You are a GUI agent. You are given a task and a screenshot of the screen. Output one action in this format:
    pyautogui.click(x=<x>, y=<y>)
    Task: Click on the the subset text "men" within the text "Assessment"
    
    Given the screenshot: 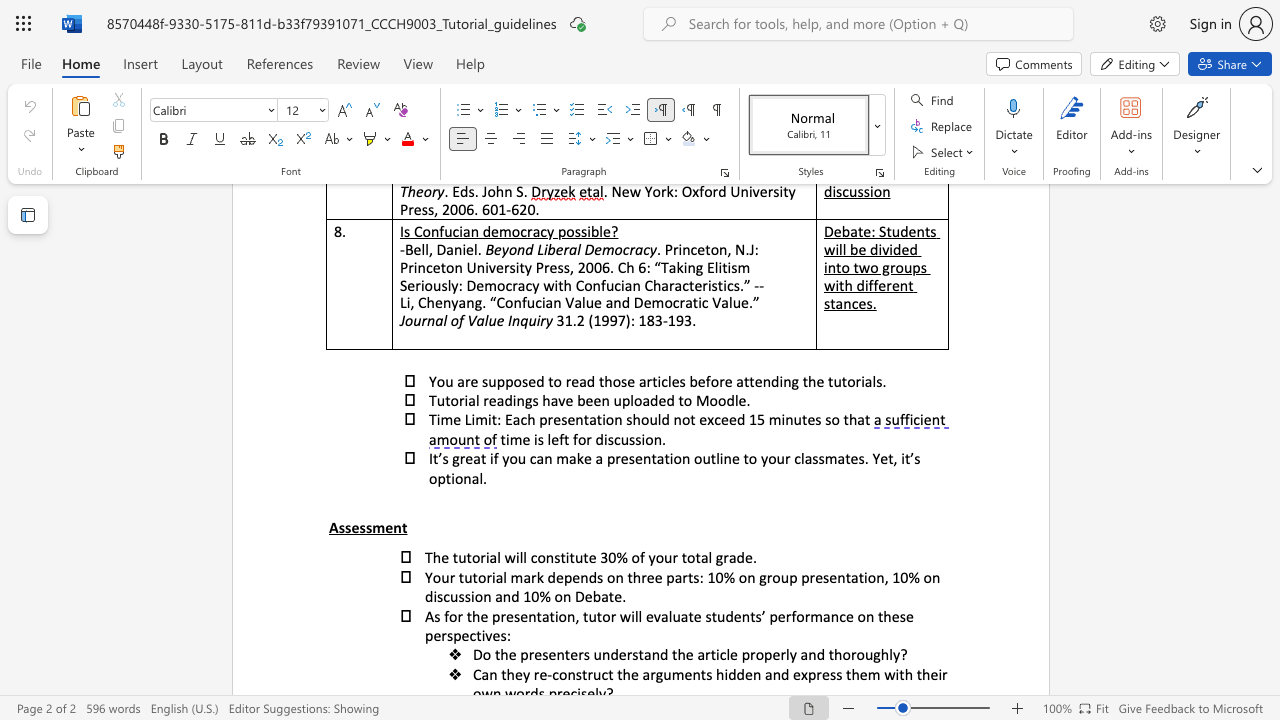 What is the action you would take?
    pyautogui.click(x=372, y=526)
    